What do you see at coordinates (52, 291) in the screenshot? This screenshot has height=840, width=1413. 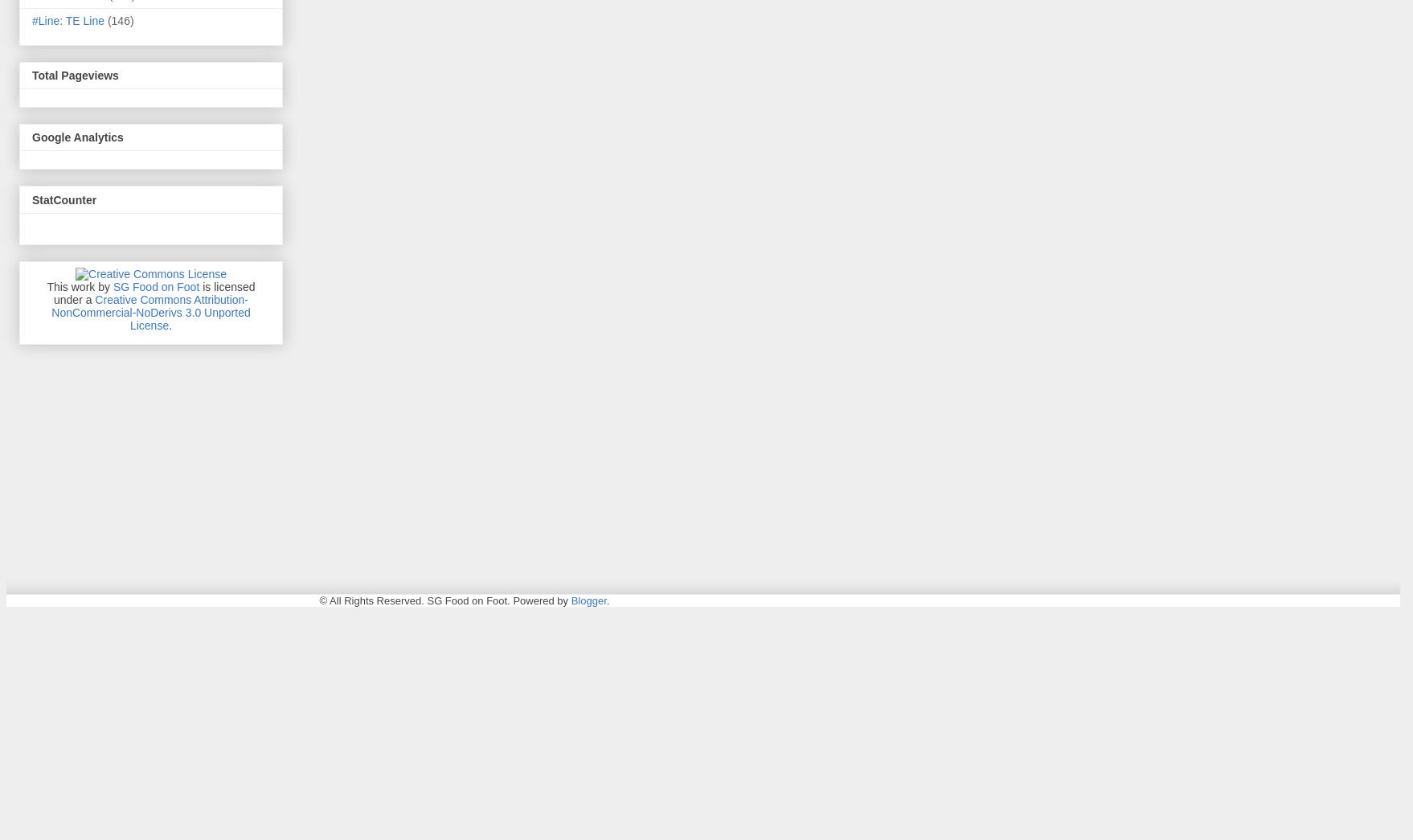 I see `'is licensed under a'` at bounding box center [52, 291].